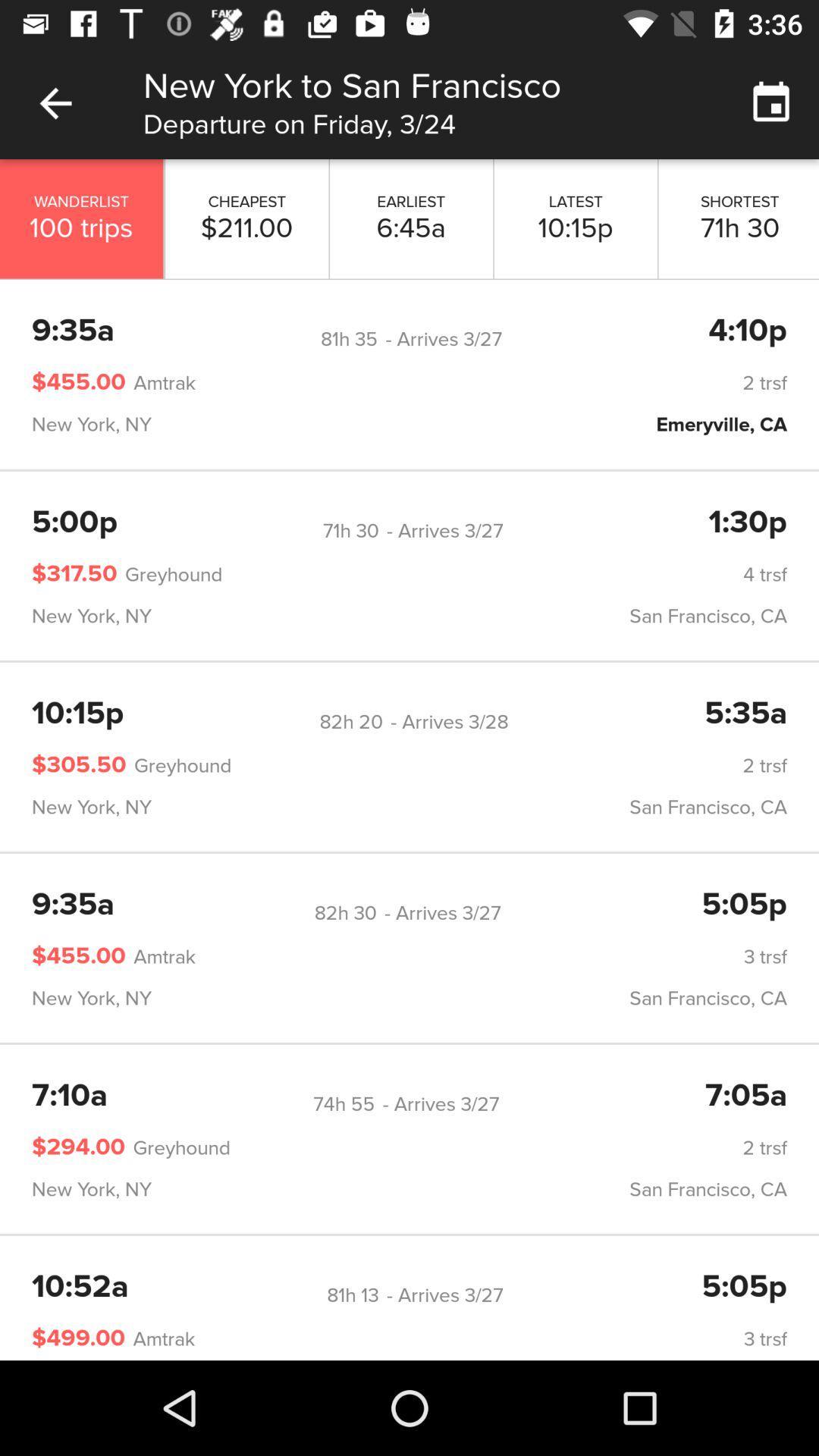 The height and width of the screenshot is (1456, 819). What do you see at coordinates (349, 338) in the screenshot?
I see `icon to the right of the 9:35a` at bounding box center [349, 338].